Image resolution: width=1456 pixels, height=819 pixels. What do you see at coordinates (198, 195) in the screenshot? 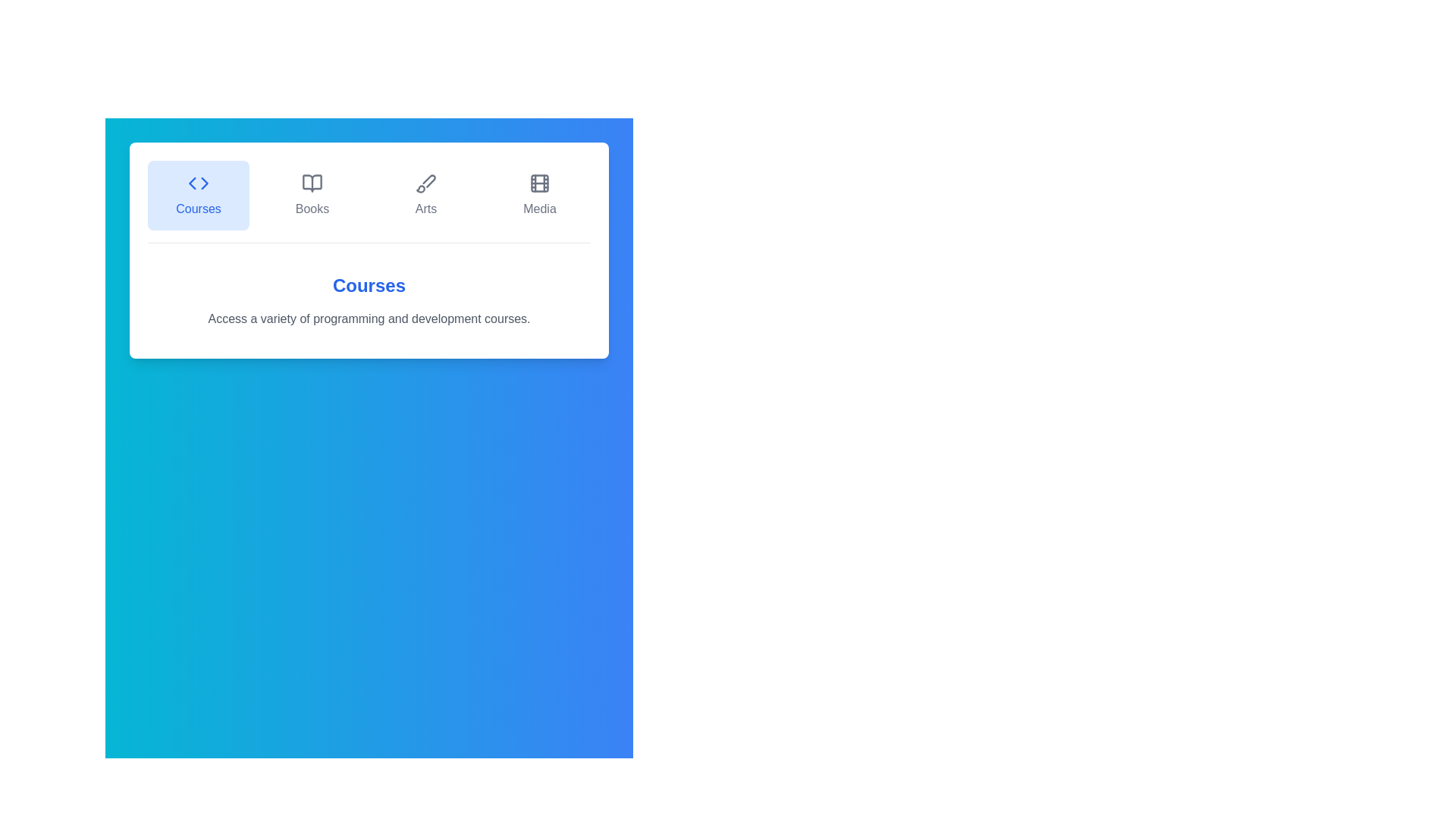
I see `the Courses tab by clicking on its button` at bounding box center [198, 195].